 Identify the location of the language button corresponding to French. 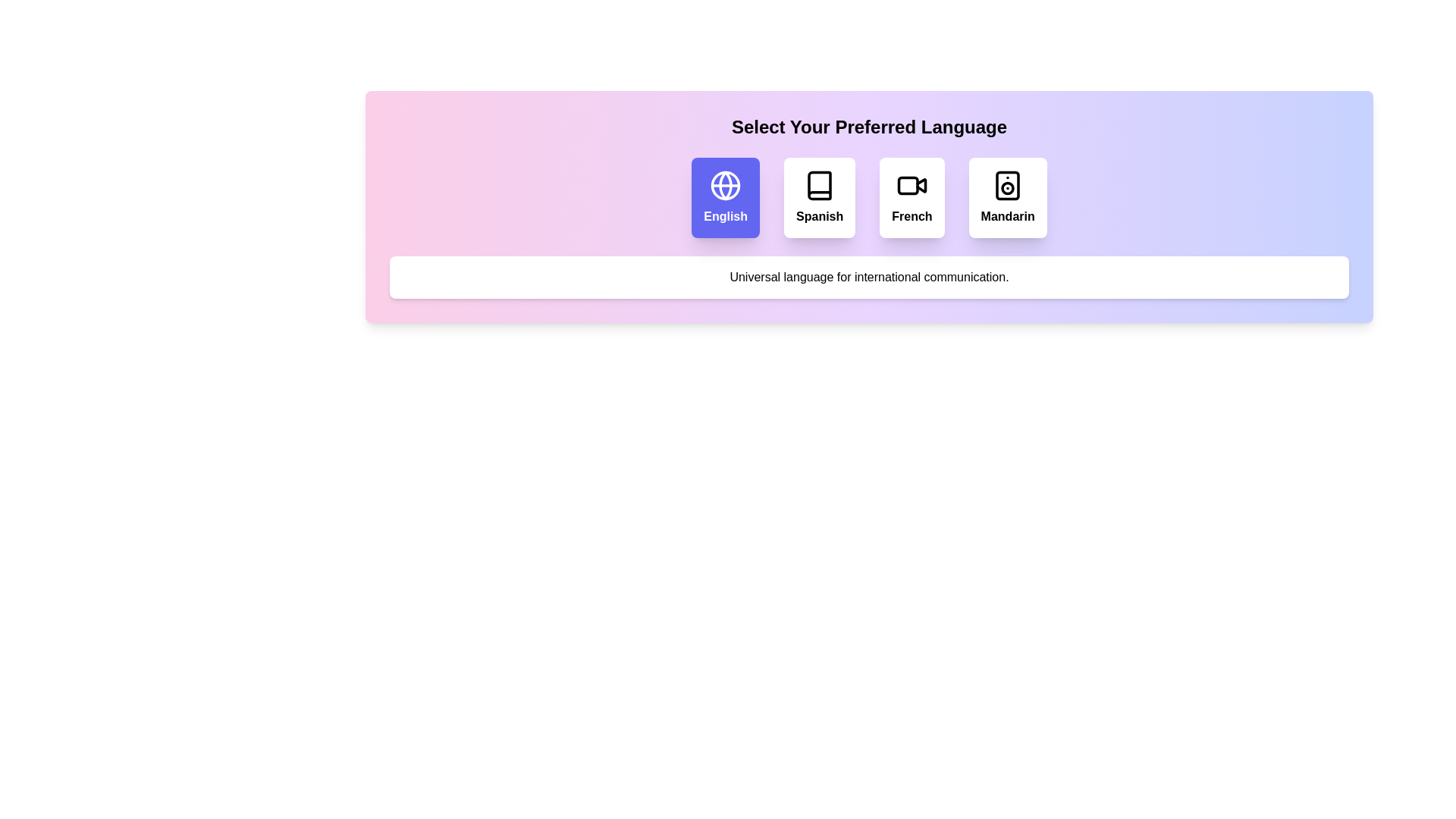
(912, 197).